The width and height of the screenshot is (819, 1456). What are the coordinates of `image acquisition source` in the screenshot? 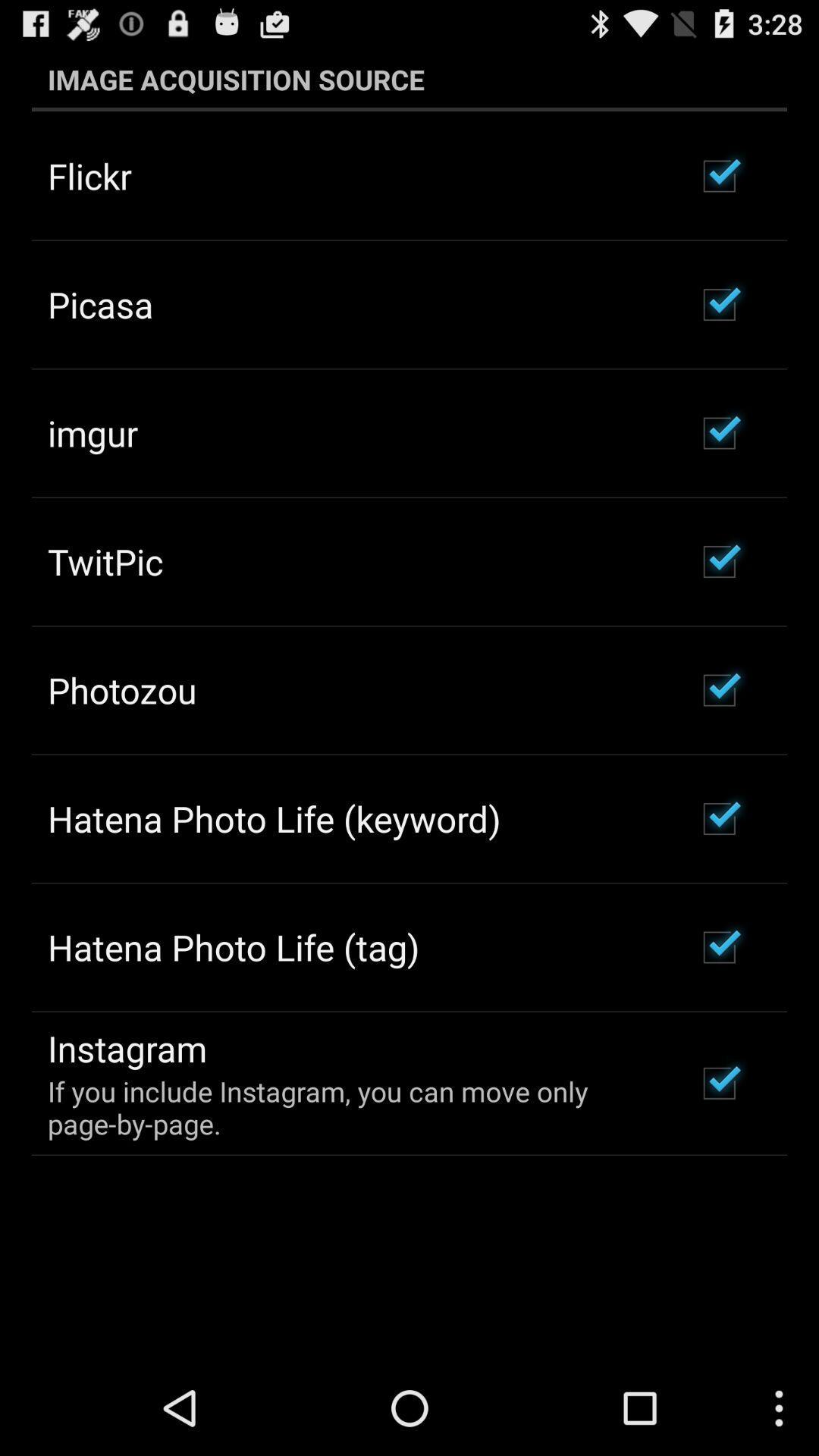 It's located at (409, 79).